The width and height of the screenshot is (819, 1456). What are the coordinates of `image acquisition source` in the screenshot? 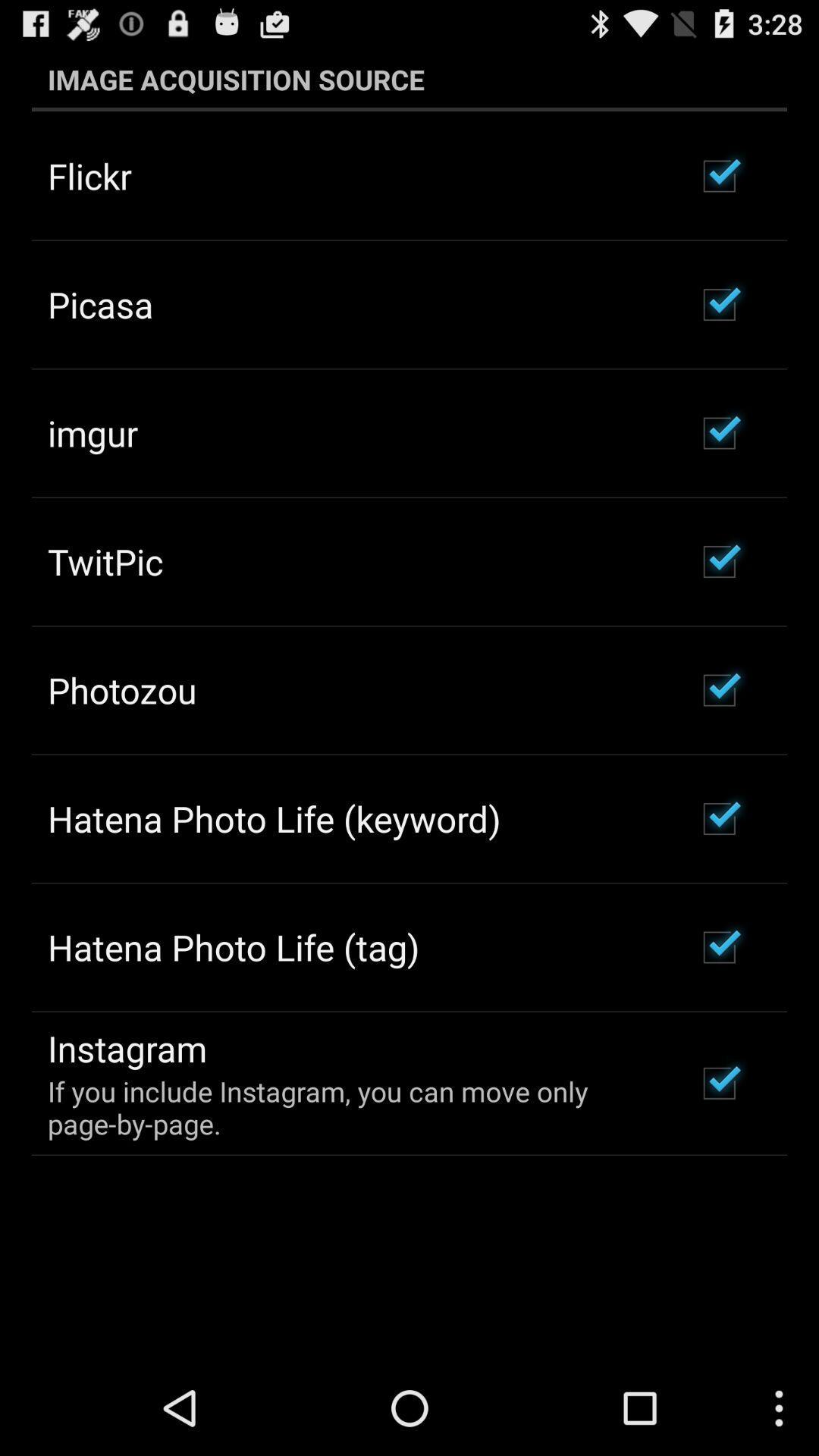 It's located at (409, 79).